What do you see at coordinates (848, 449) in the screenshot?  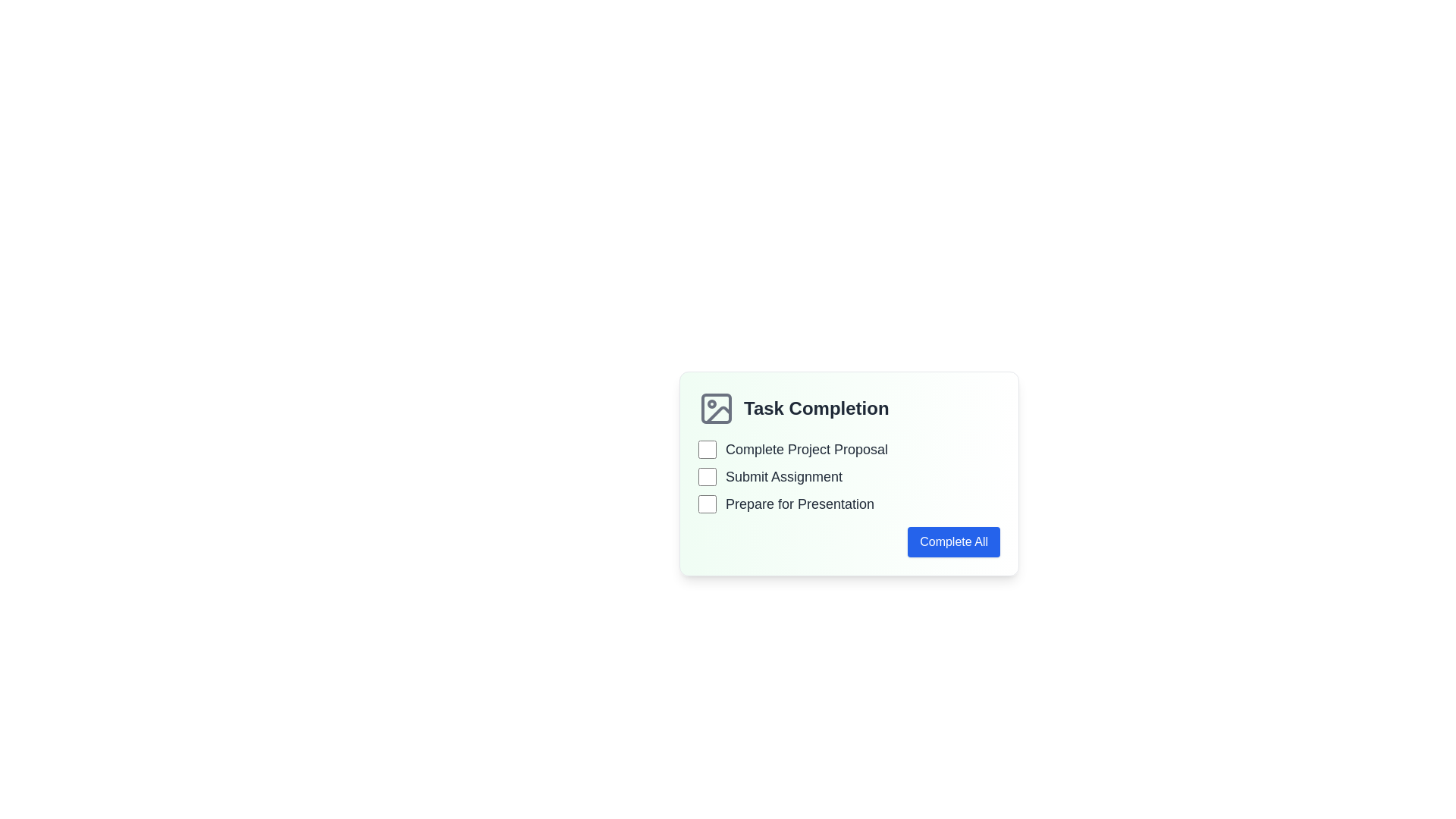 I see `the first task item in the 'Task Completion' section` at bounding box center [848, 449].